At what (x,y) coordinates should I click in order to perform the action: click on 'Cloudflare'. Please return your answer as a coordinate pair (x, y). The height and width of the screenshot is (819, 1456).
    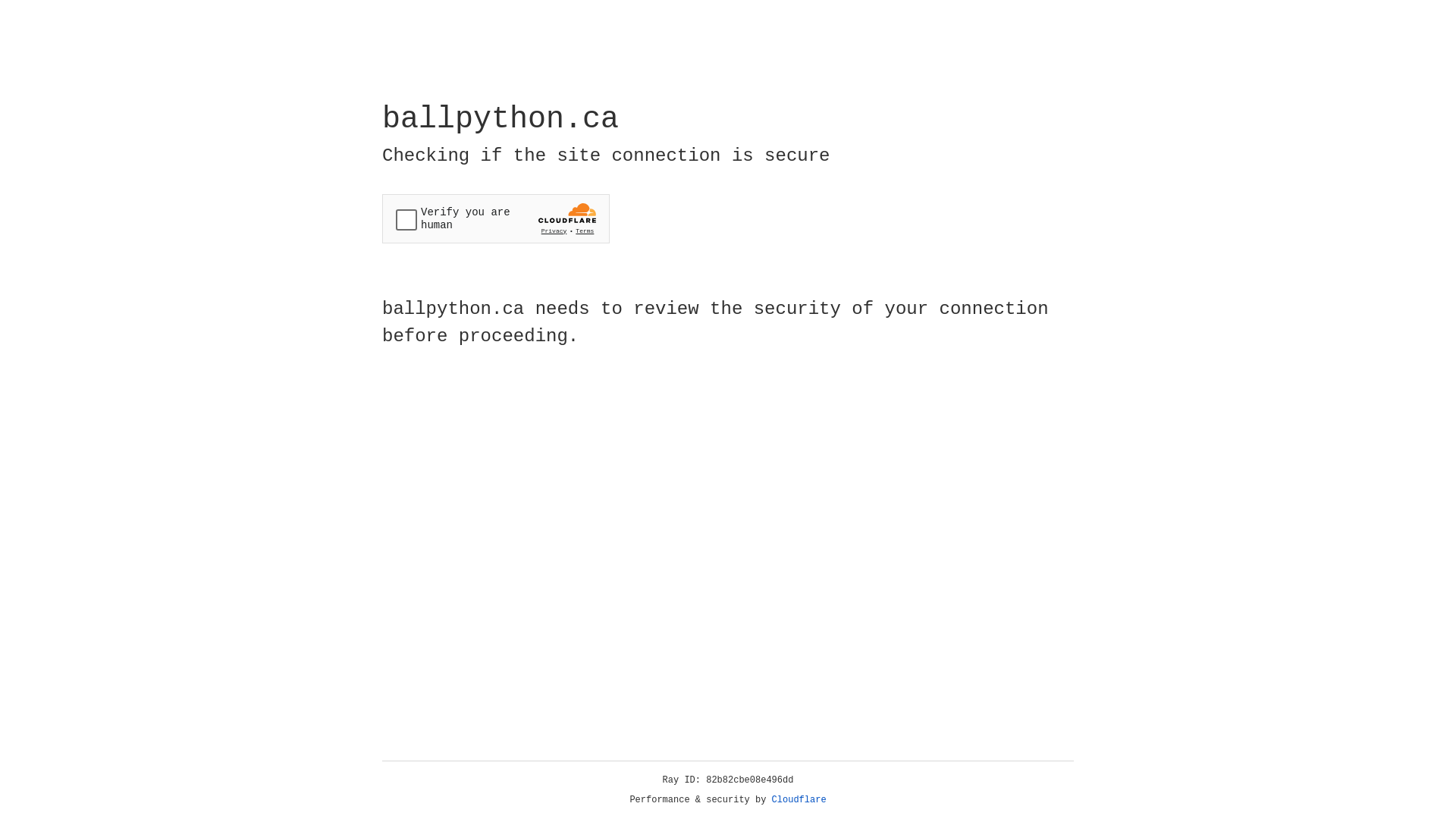
    Looking at the image, I should click on (799, 799).